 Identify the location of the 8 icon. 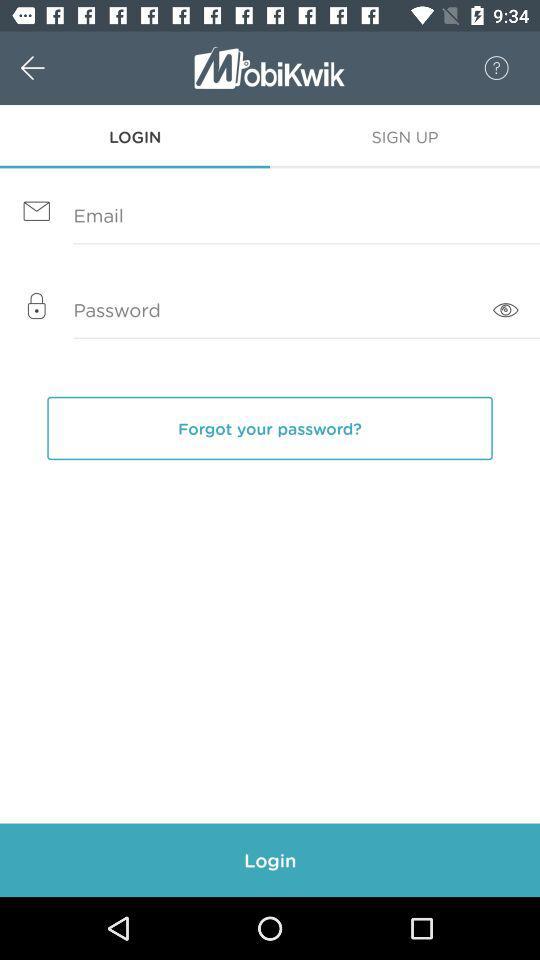
(485, 68).